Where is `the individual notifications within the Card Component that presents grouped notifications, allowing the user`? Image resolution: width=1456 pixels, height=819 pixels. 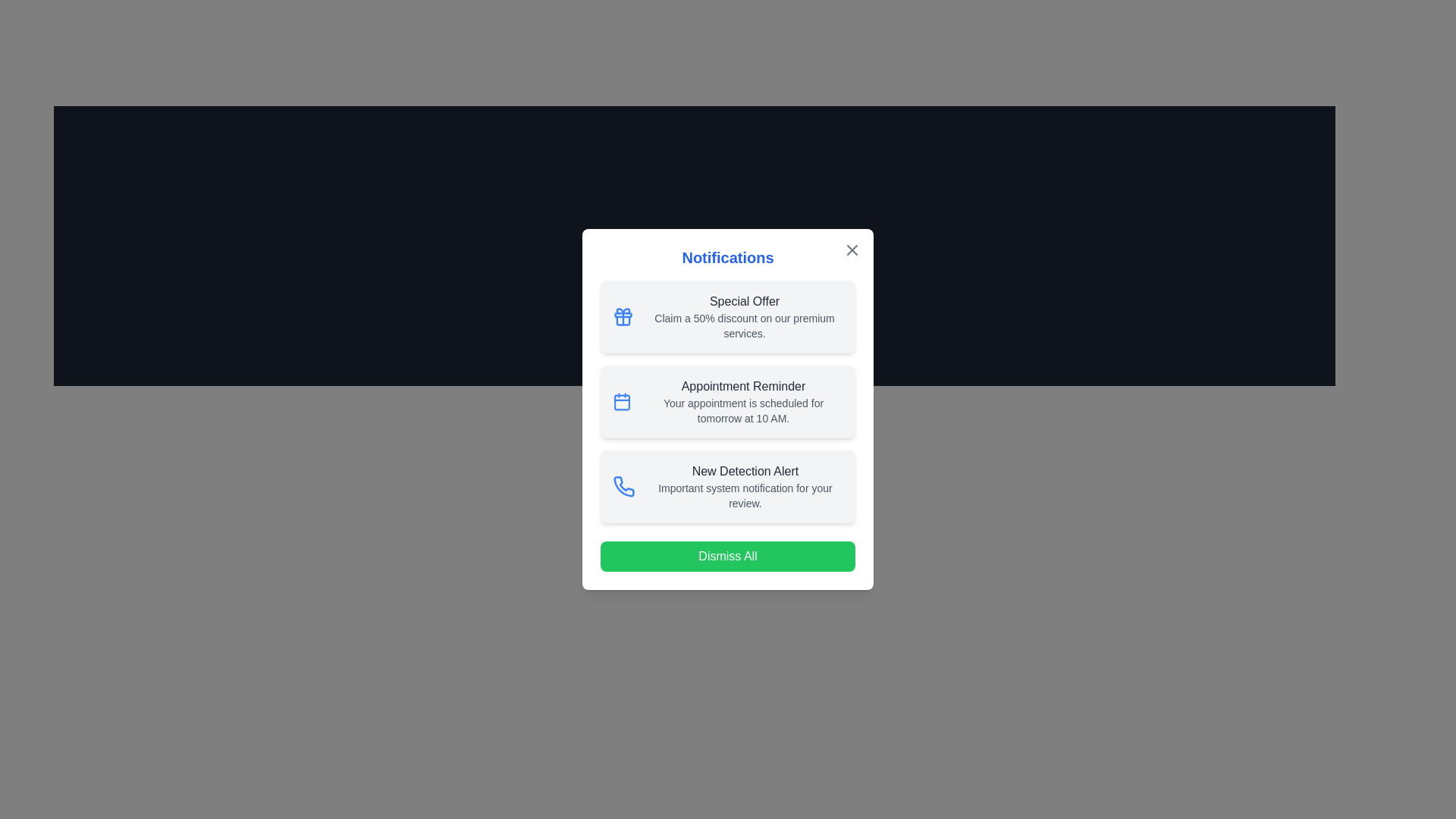 the individual notifications within the Card Component that presents grouped notifications, allowing the user is located at coordinates (728, 409).